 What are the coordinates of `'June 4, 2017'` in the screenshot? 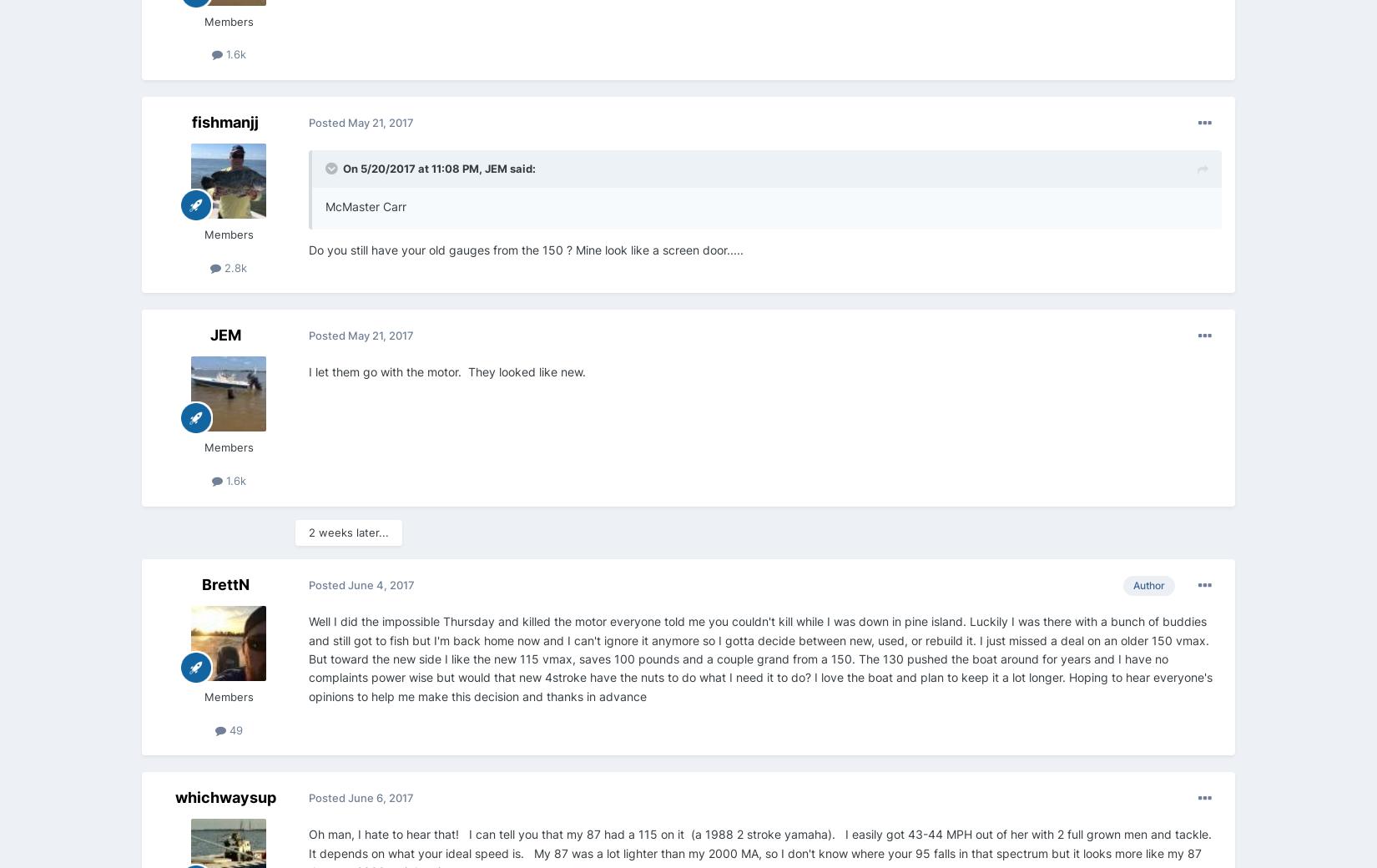 It's located at (381, 584).